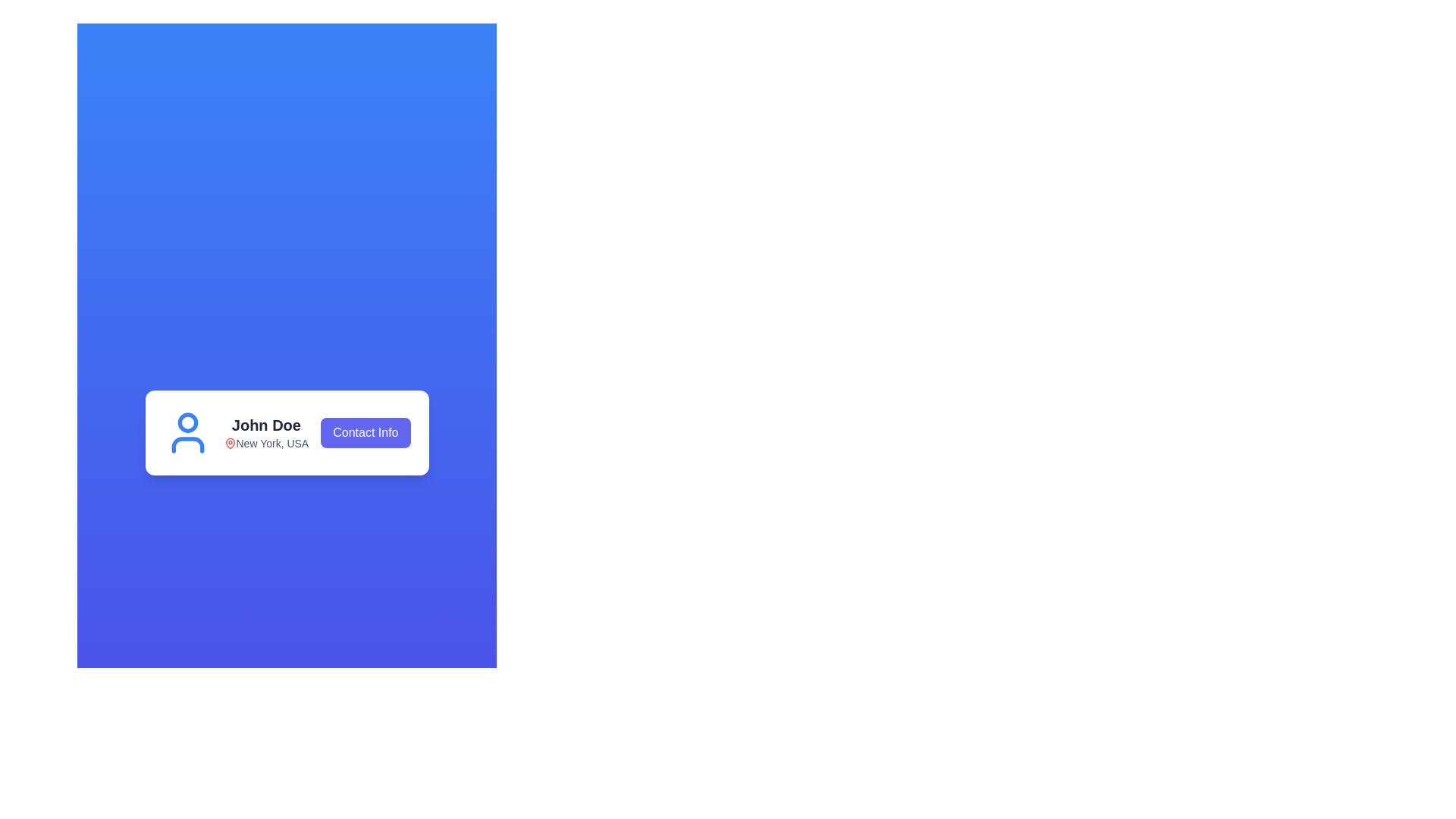  Describe the element at coordinates (266, 444) in the screenshot. I see `the text element displaying the geographic location of the user, located directly below the title 'John Doe' in the user information card layout` at that location.